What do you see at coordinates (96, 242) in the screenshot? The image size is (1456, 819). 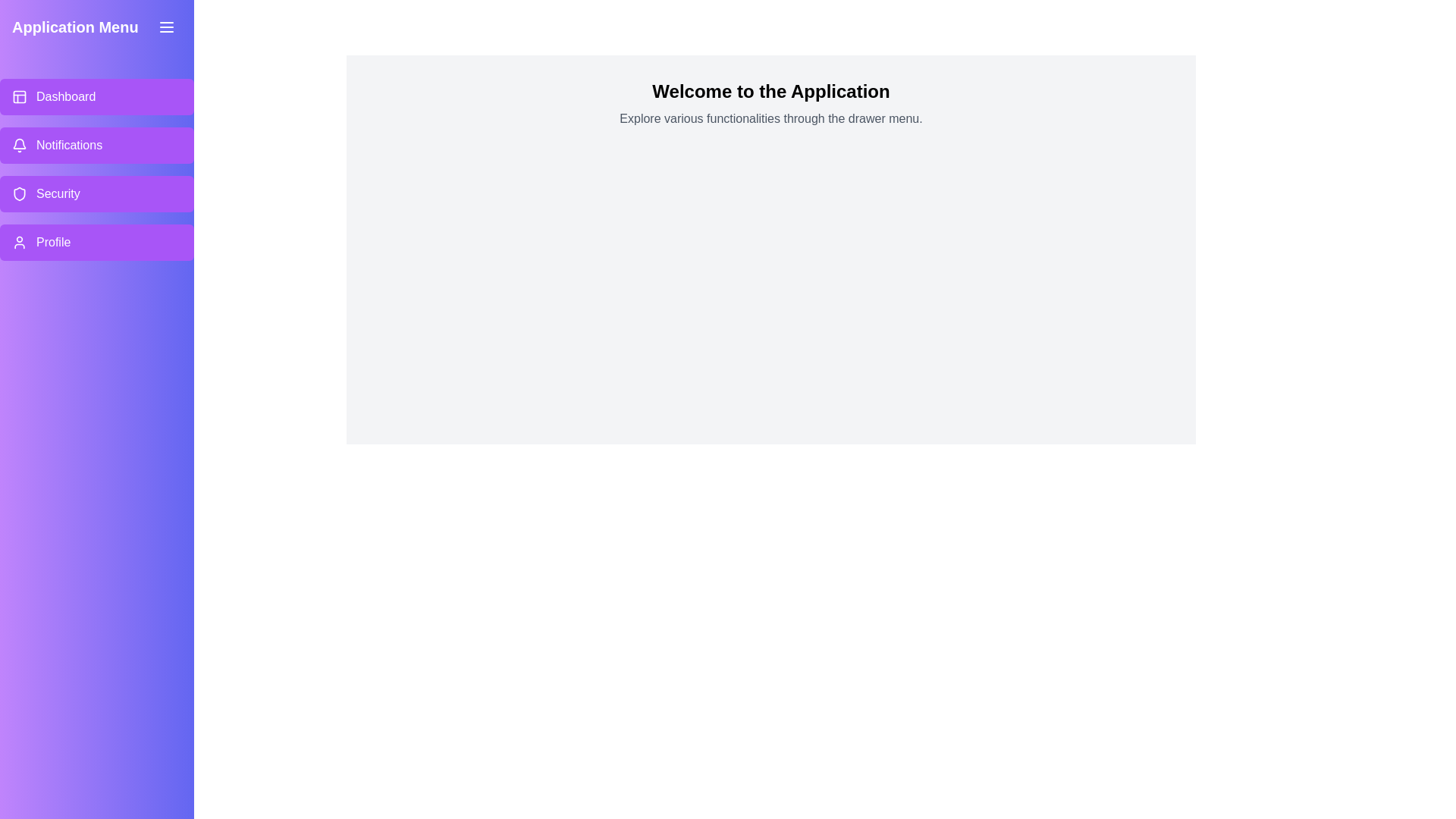 I see `the menu item labeled Profile to highlight it` at bounding box center [96, 242].